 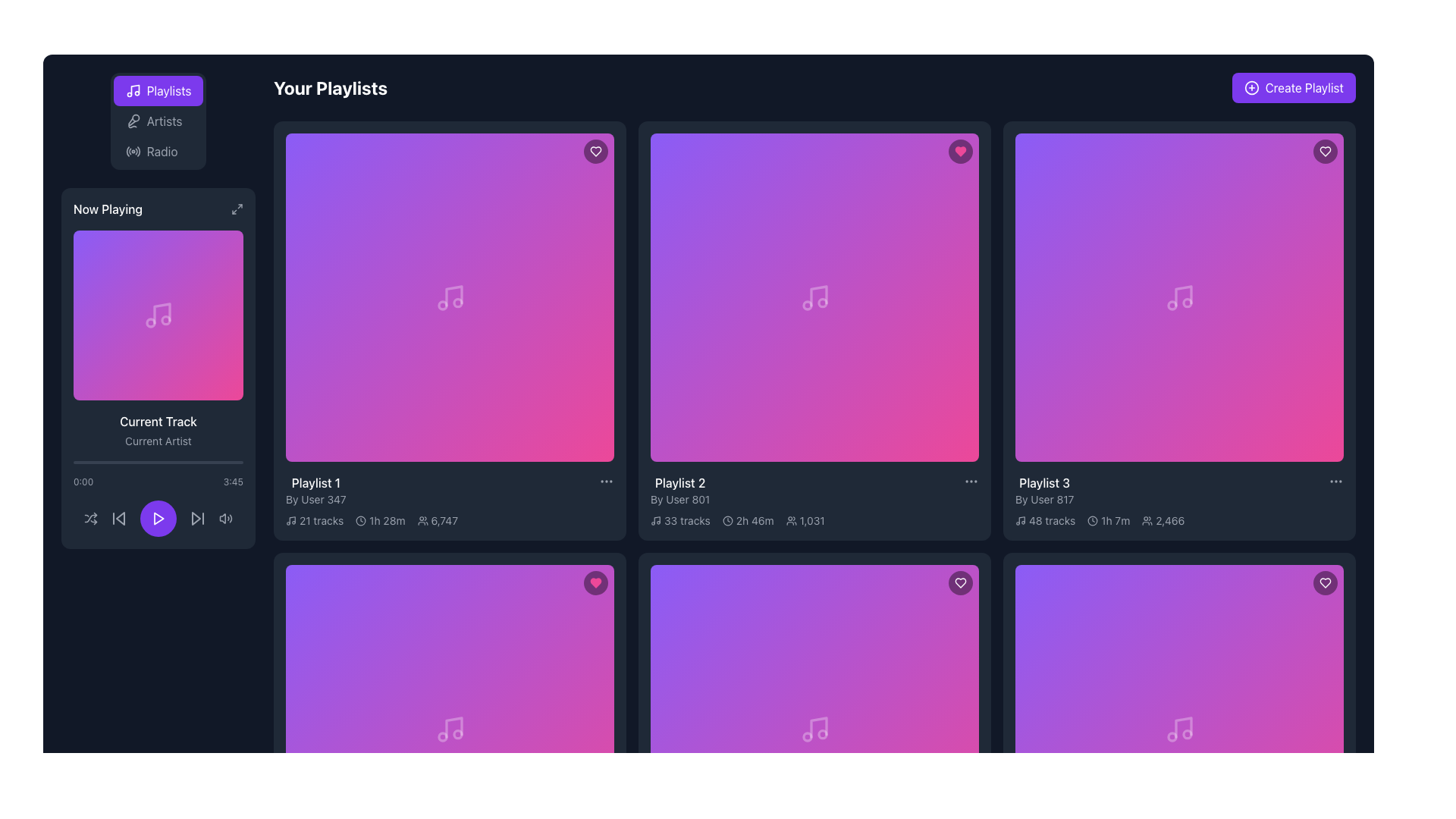 I want to click on the heart icon within the rounded black circular button in the top-right corner of the 'Playlist 3' box, so click(x=960, y=582).